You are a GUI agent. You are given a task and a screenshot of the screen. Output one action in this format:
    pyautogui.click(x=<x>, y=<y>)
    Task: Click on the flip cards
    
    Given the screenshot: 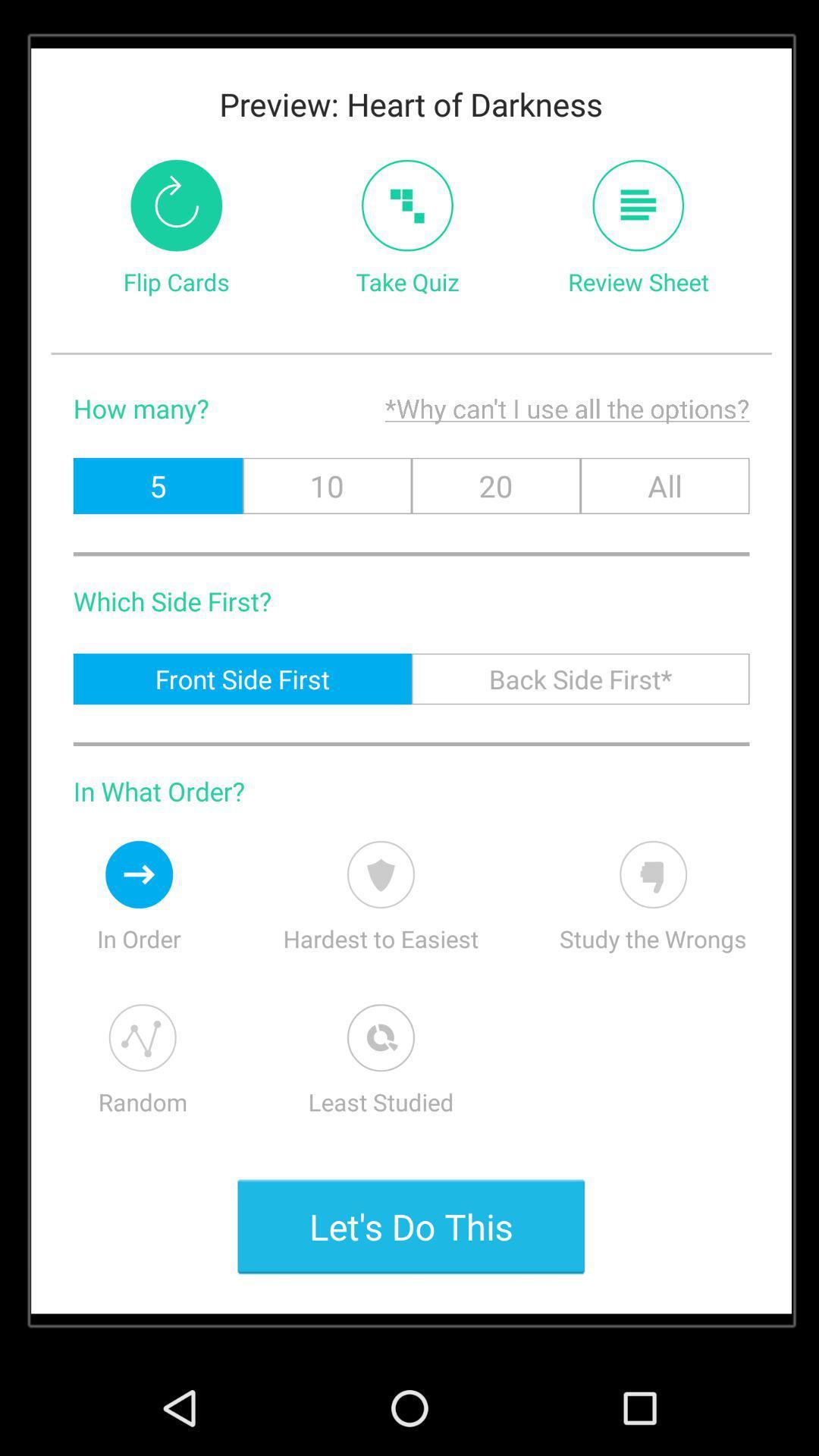 What is the action you would take?
    pyautogui.click(x=175, y=205)
    